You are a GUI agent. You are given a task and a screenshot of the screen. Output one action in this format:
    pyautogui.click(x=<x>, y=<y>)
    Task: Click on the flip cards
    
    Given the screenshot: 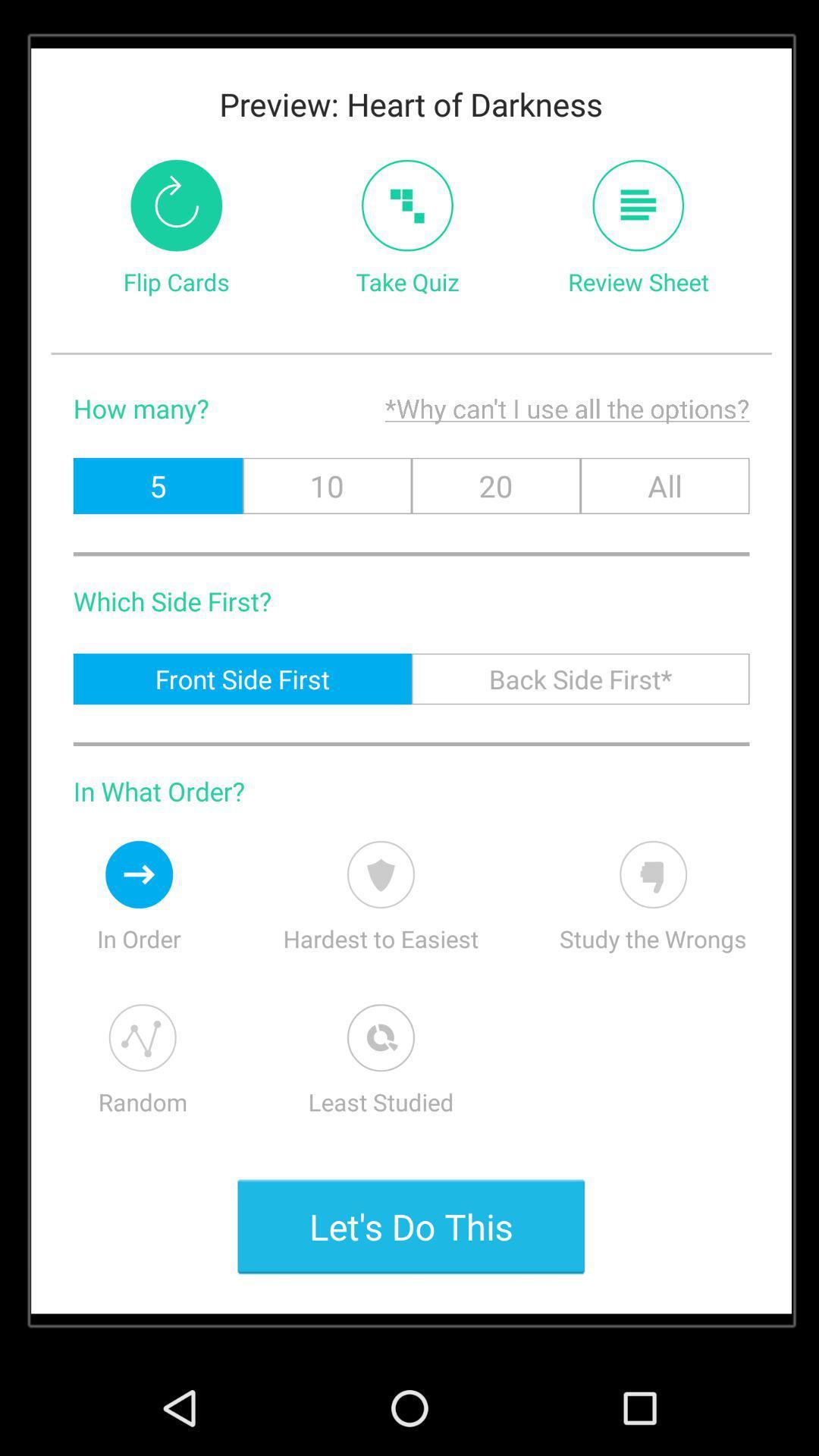 What is the action you would take?
    pyautogui.click(x=175, y=205)
    